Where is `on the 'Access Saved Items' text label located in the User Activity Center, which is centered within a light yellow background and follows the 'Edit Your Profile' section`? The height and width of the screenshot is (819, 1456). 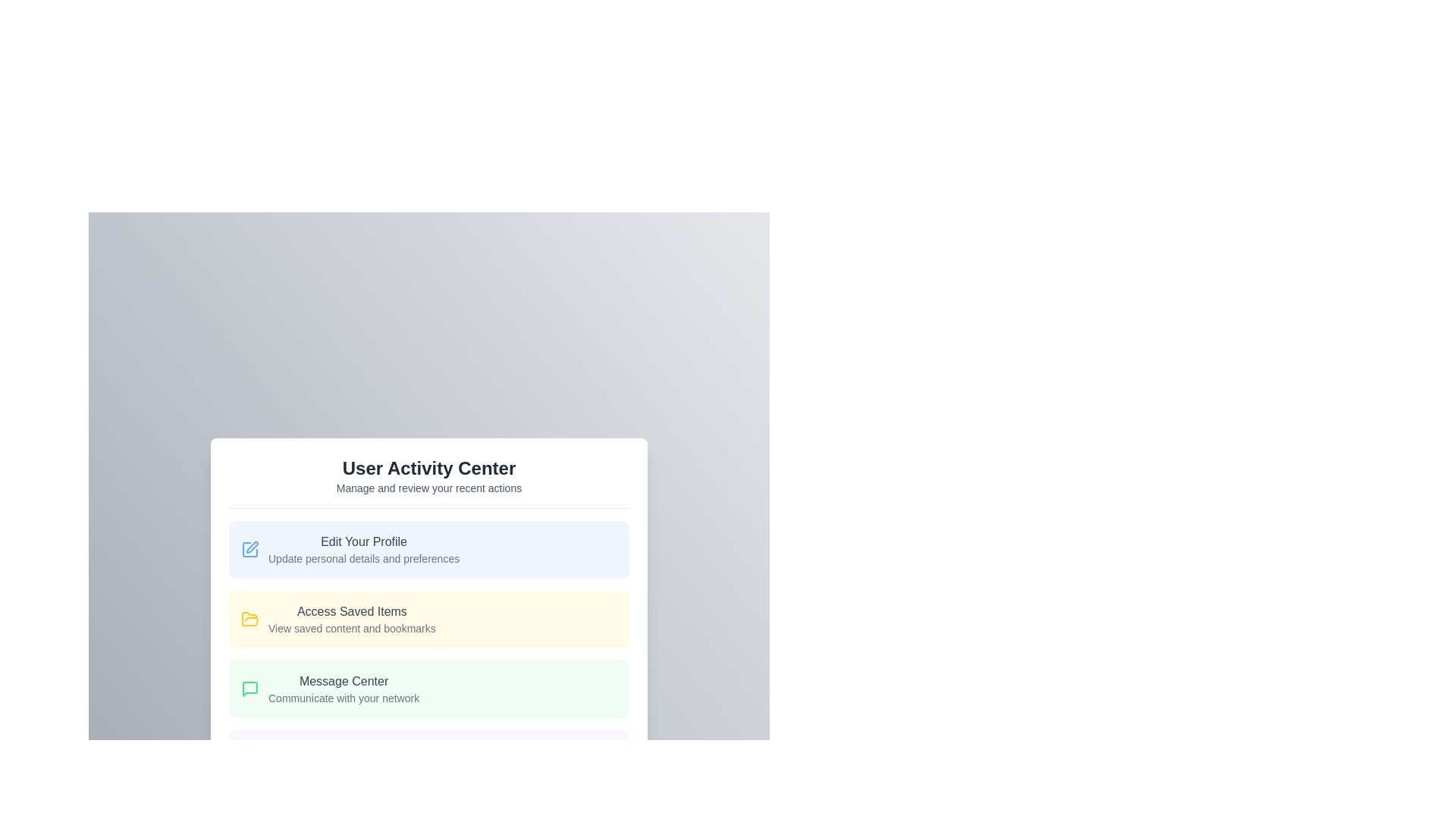
on the 'Access Saved Items' text label located in the User Activity Center, which is centered within a light yellow background and follows the 'Edit Your Profile' section is located at coordinates (351, 619).